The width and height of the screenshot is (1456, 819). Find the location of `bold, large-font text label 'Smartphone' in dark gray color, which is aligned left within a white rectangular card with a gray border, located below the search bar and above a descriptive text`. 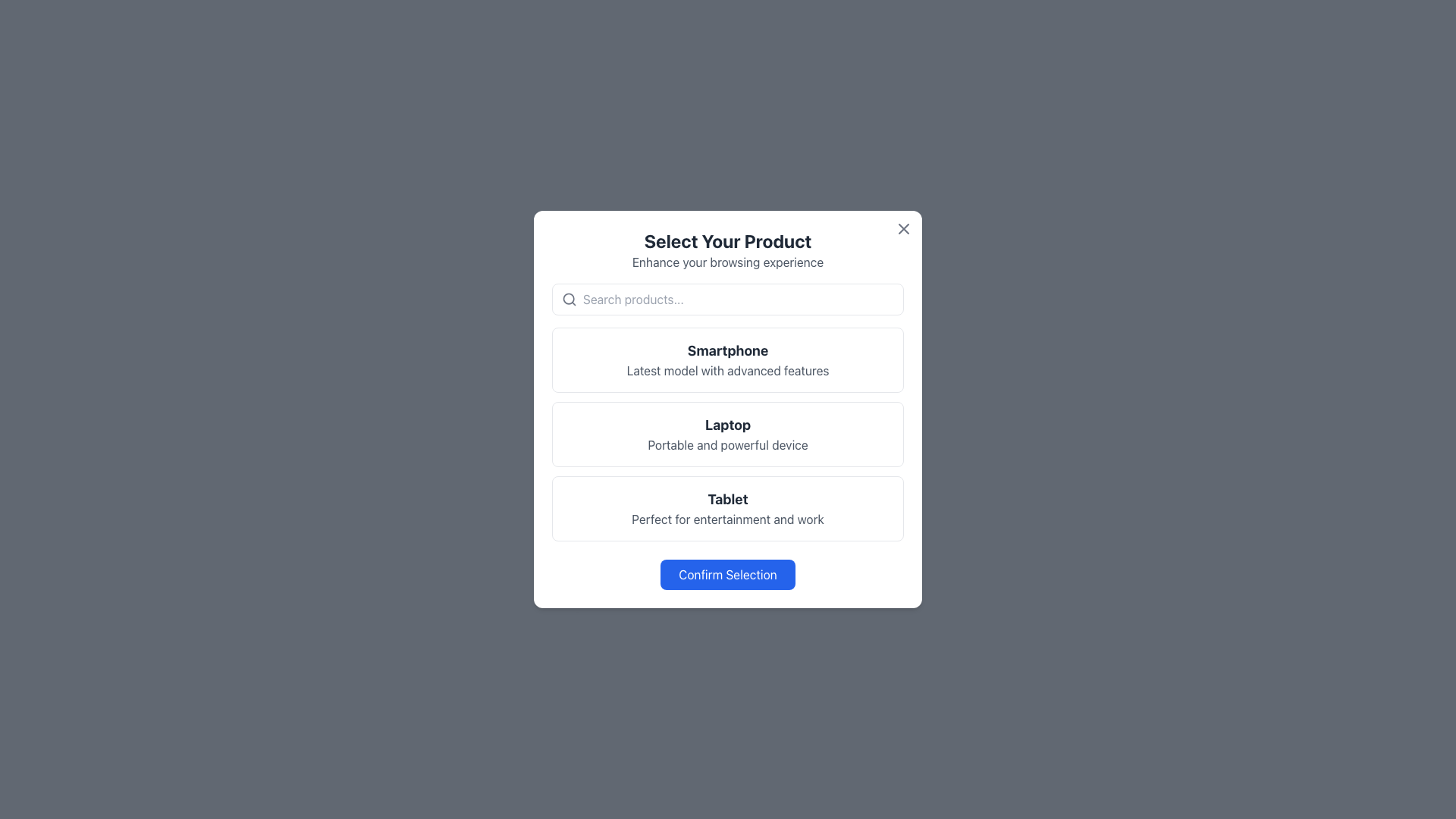

bold, large-font text label 'Smartphone' in dark gray color, which is aligned left within a white rectangular card with a gray border, located below the search bar and above a descriptive text is located at coordinates (728, 350).